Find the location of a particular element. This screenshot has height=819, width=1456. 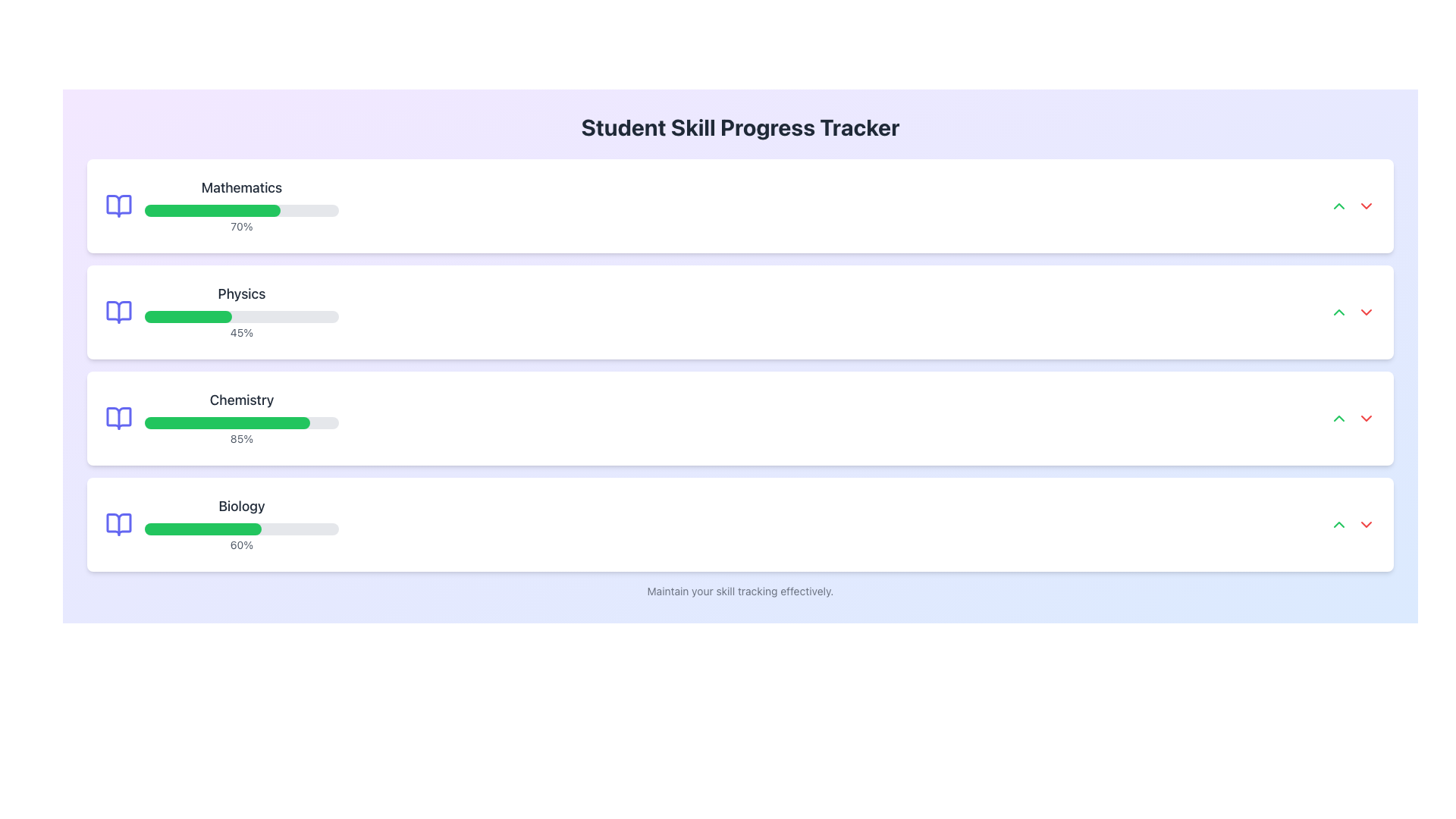

the progress bar fill for the 'Chemistry' skill, which visually represents the task progress in the tracking interface is located at coordinates (226, 423).